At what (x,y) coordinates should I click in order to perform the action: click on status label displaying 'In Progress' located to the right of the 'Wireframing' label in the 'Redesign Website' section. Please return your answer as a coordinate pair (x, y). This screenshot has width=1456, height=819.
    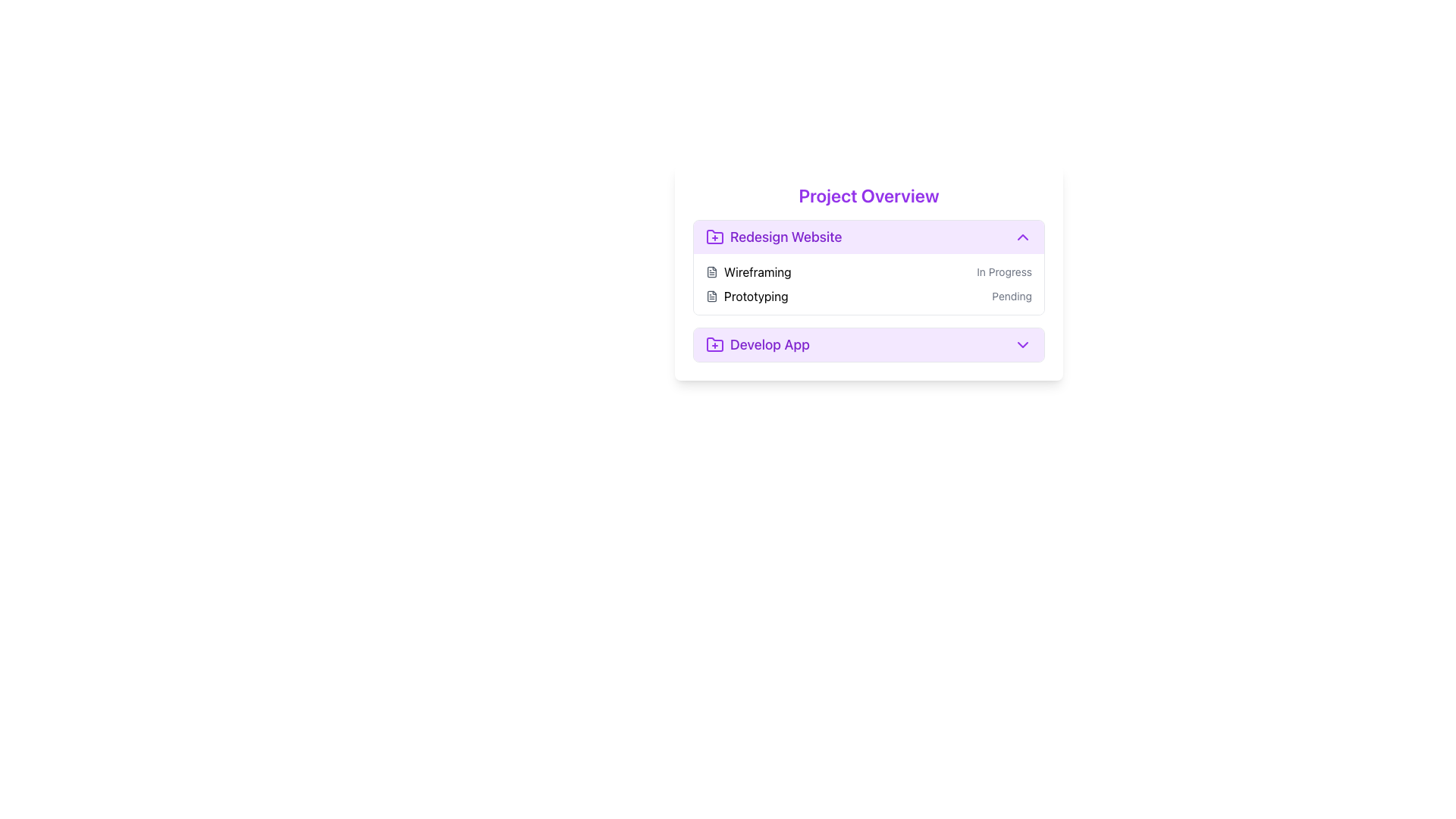
    Looking at the image, I should click on (1004, 271).